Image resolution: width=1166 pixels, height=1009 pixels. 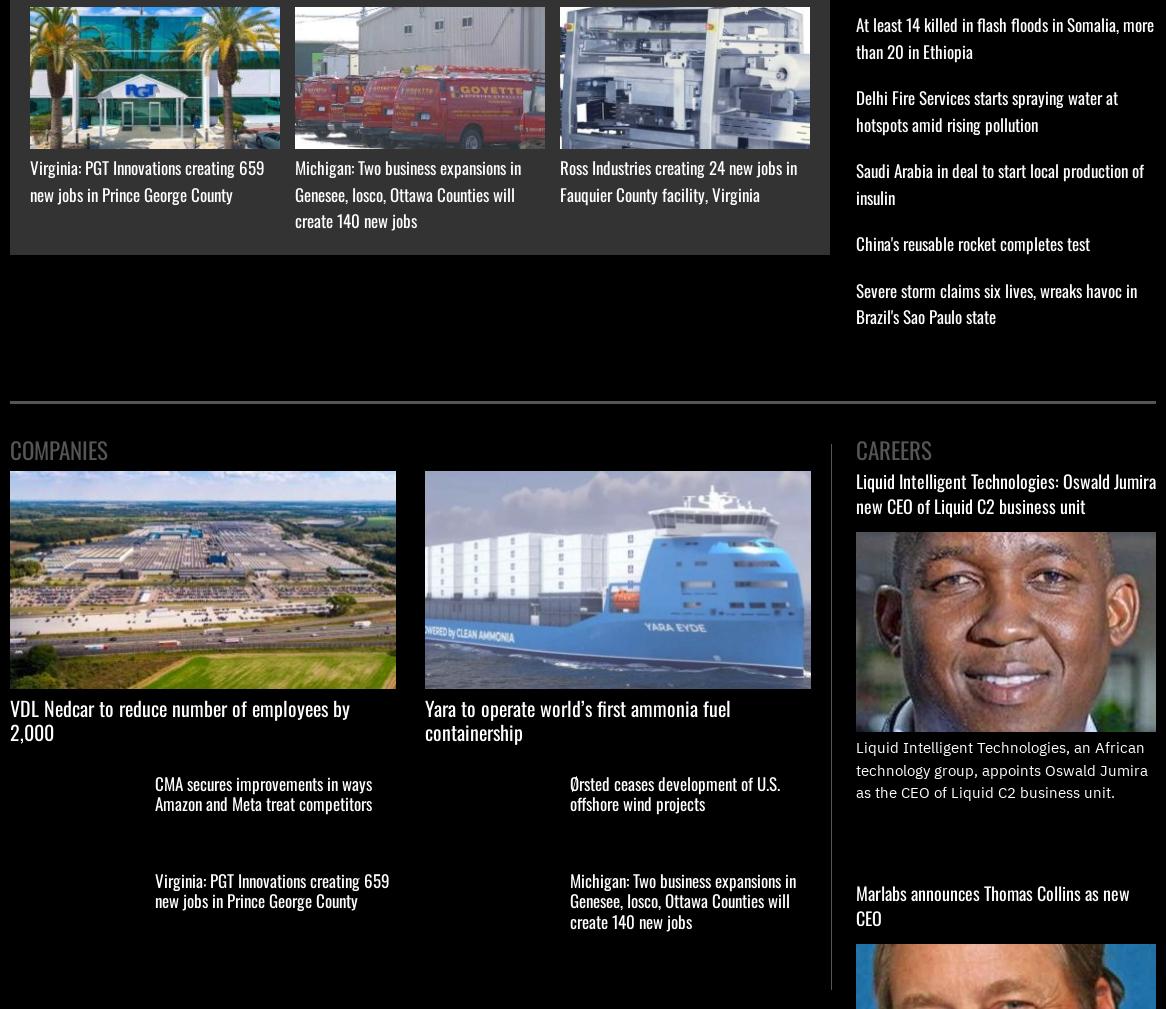 I want to click on 'Liquid Intelligent Technologies: Oswald Jumira new CEO of Liquid C2 business unit', so click(x=1005, y=491).